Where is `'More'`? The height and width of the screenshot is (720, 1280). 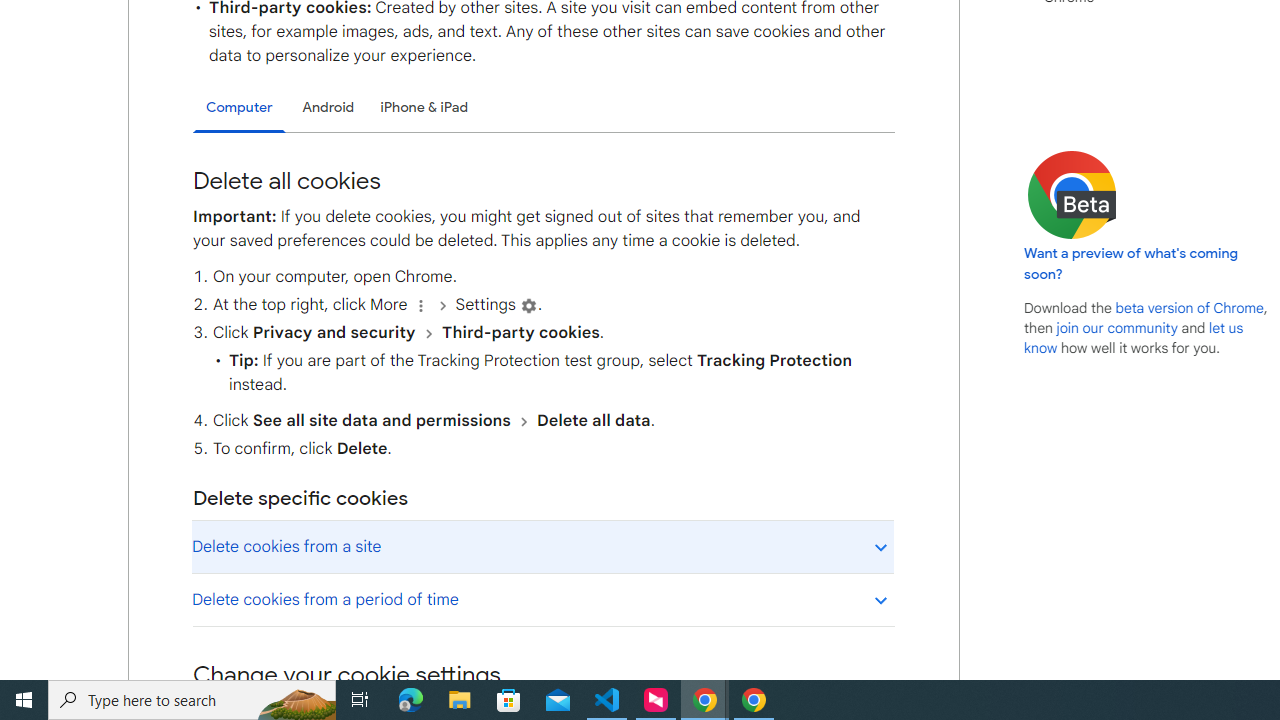
'More' is located at coordinates (419, 305).